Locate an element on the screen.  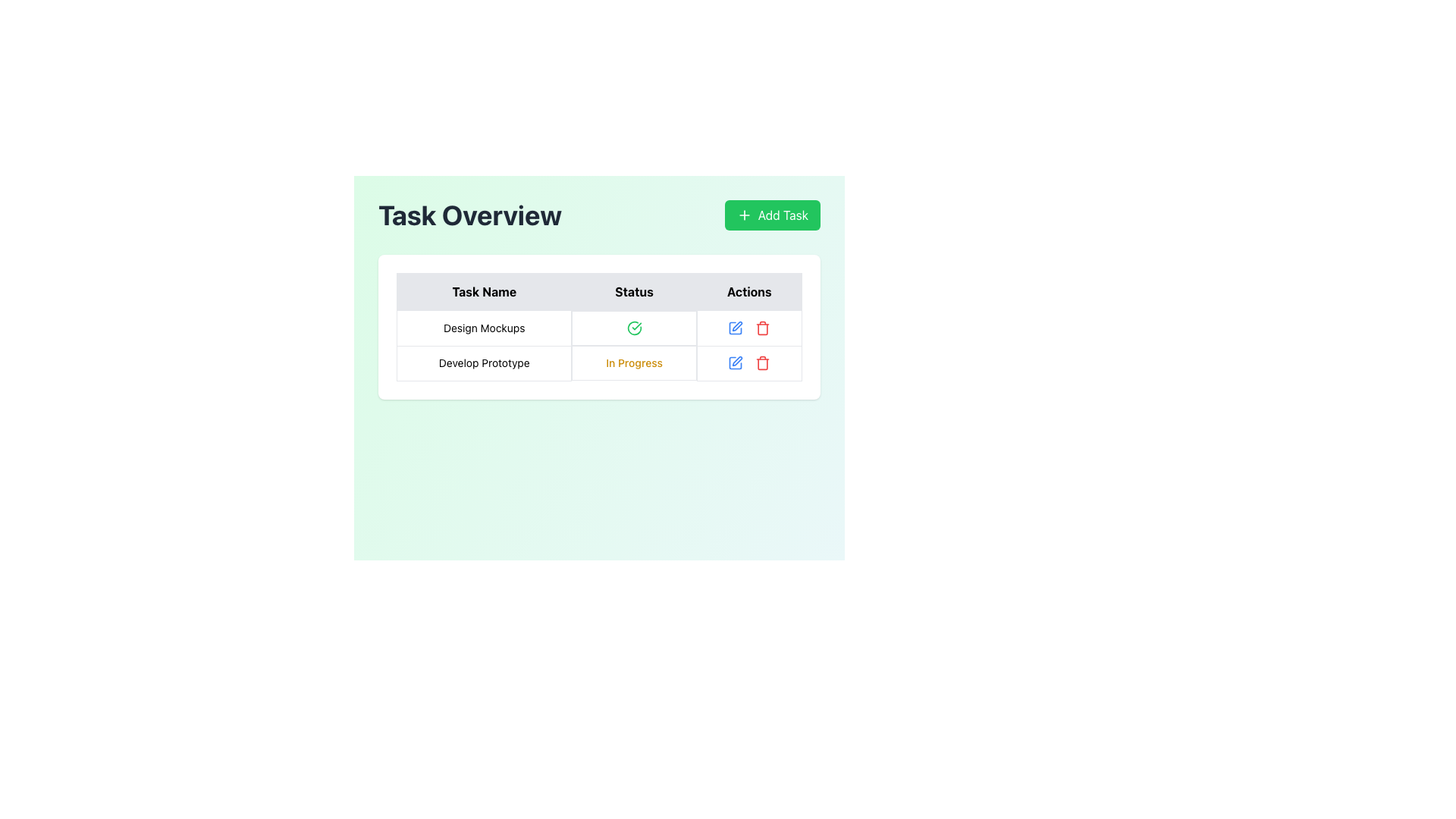
the trash can icon, which is the third action button in the 'Actions' column of the second row in the task table is located at coordinates (763, 328).